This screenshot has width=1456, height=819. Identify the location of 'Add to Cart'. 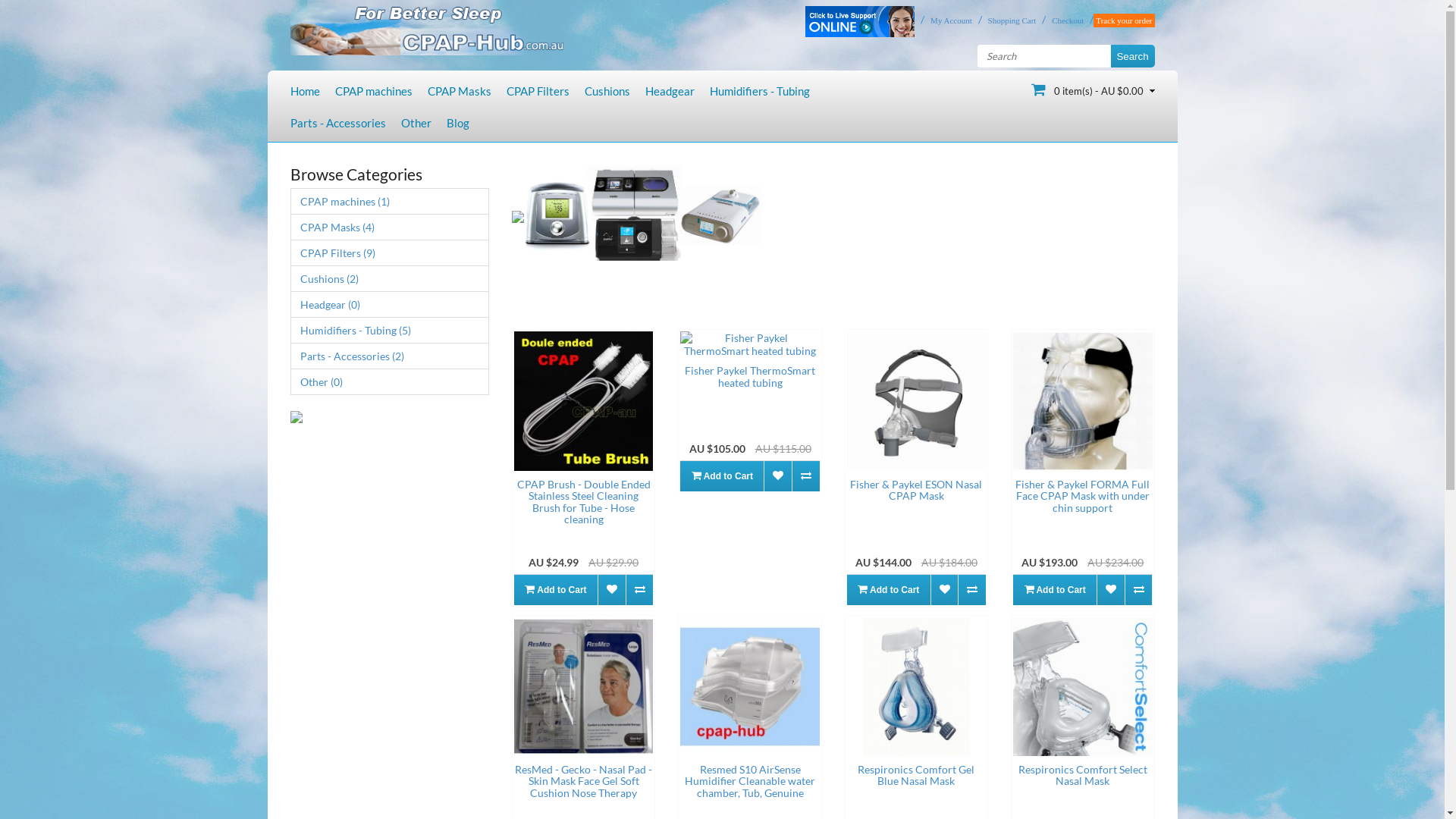
(513, 589).